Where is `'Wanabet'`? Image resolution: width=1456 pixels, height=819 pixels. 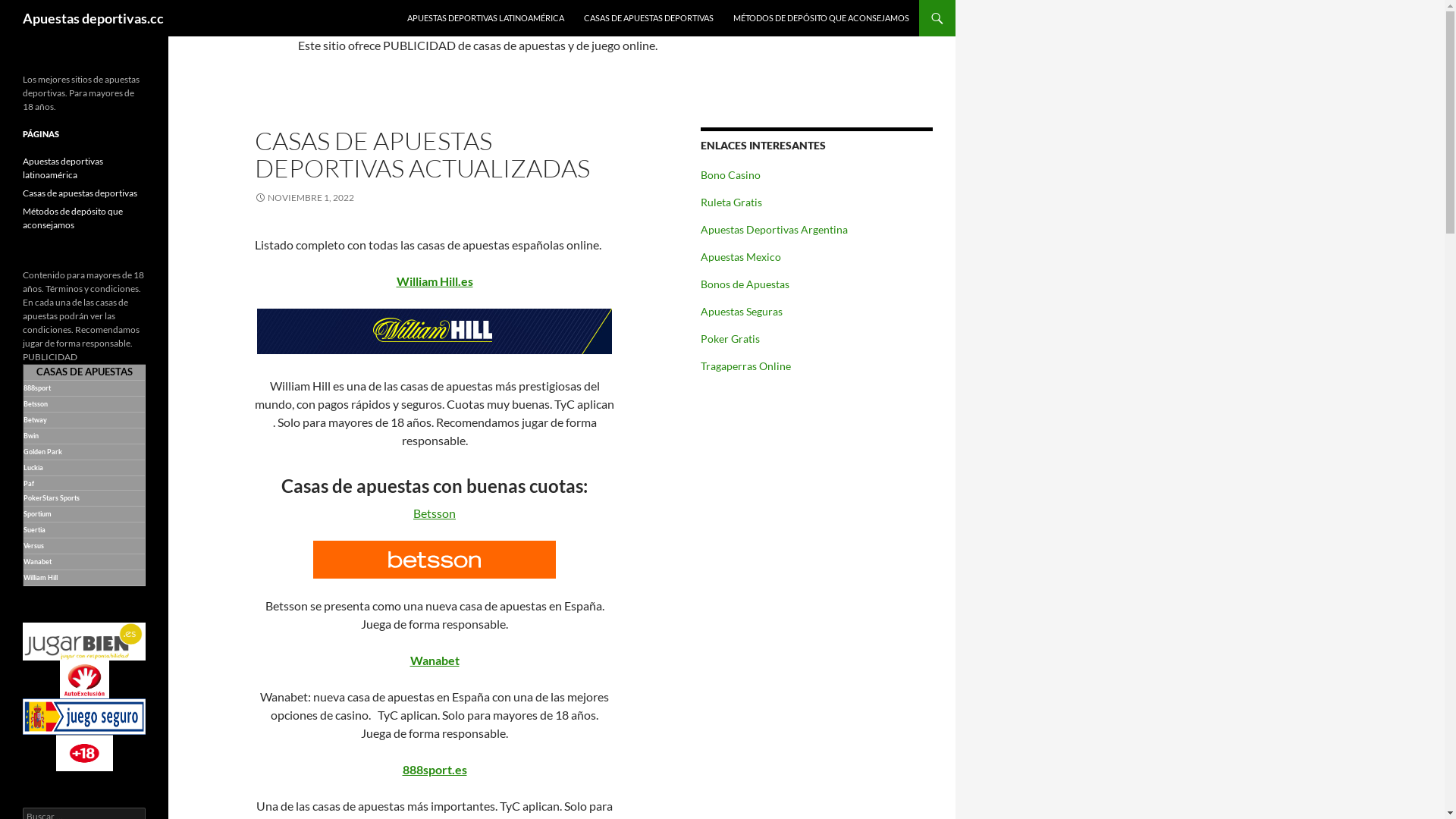
'Wanabet' is located at coordinates (433, 659).